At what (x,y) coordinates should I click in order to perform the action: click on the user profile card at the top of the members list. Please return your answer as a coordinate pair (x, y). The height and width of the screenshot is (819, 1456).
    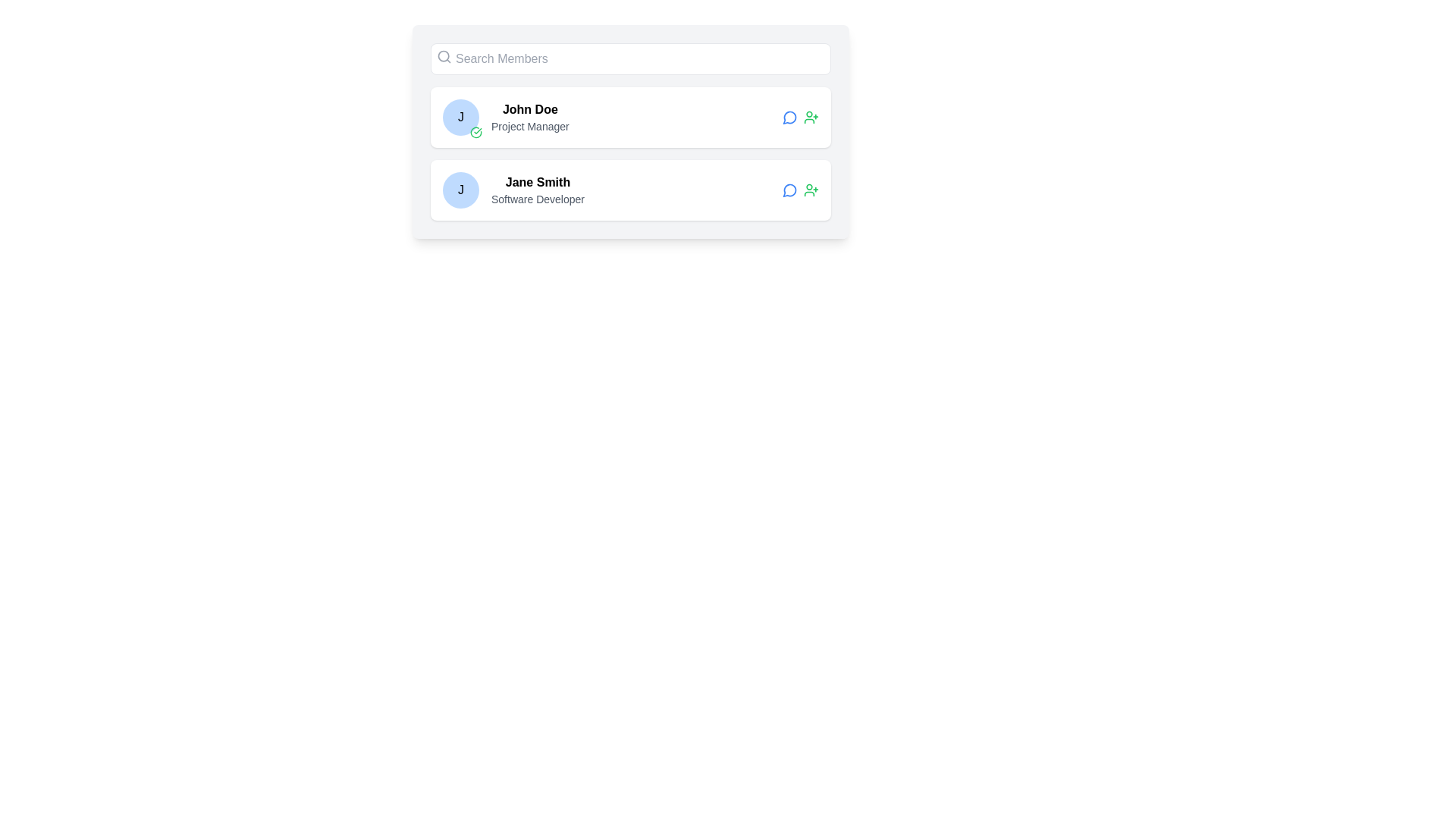
    Looking at the image, I should click on (630, 130).